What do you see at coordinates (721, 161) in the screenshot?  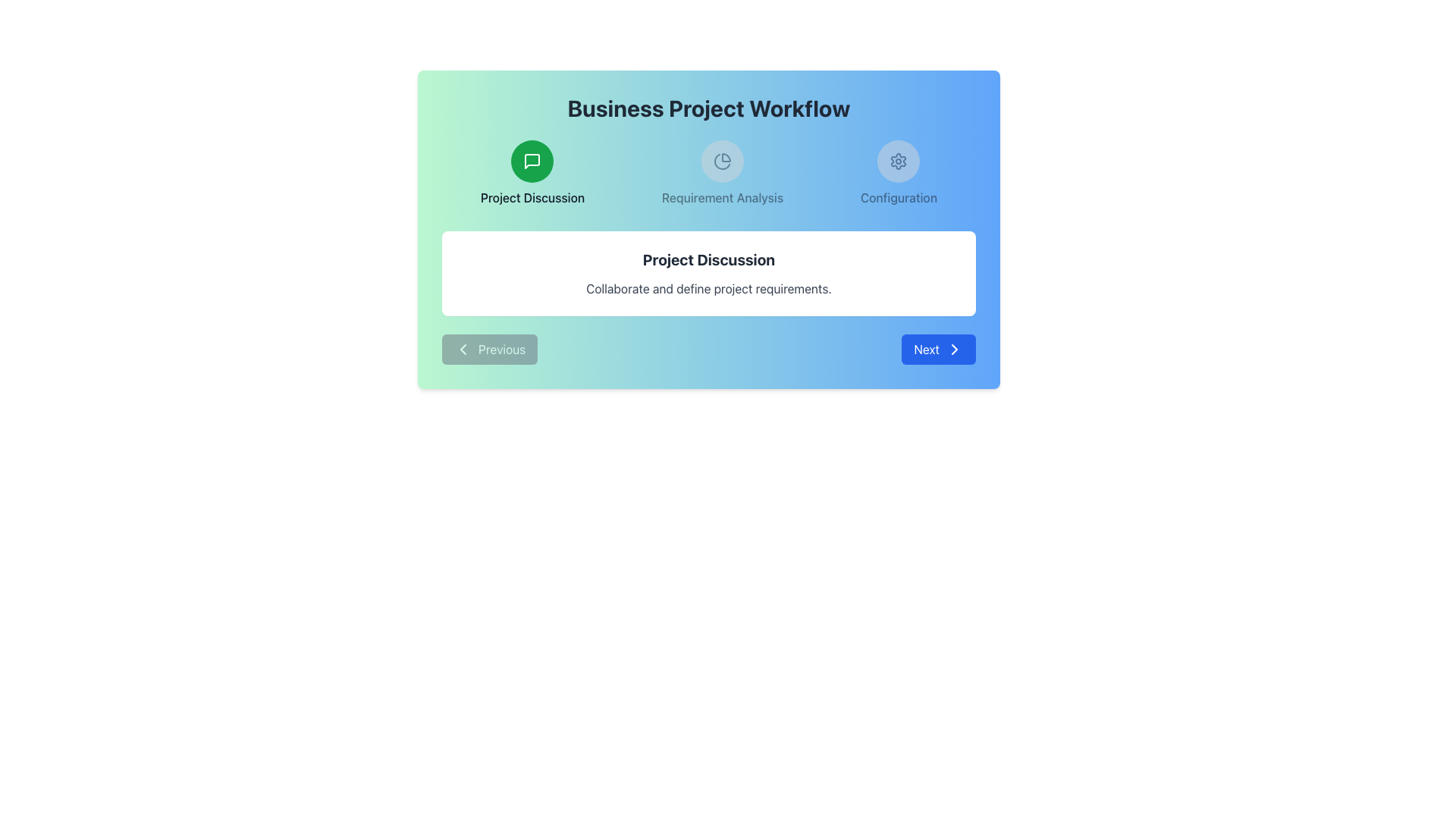 I see `the pie chart icon, which is styled with a circular outline and a highlighted segment, centrally located within a light gray circular background` at bounding box center [721, 161].